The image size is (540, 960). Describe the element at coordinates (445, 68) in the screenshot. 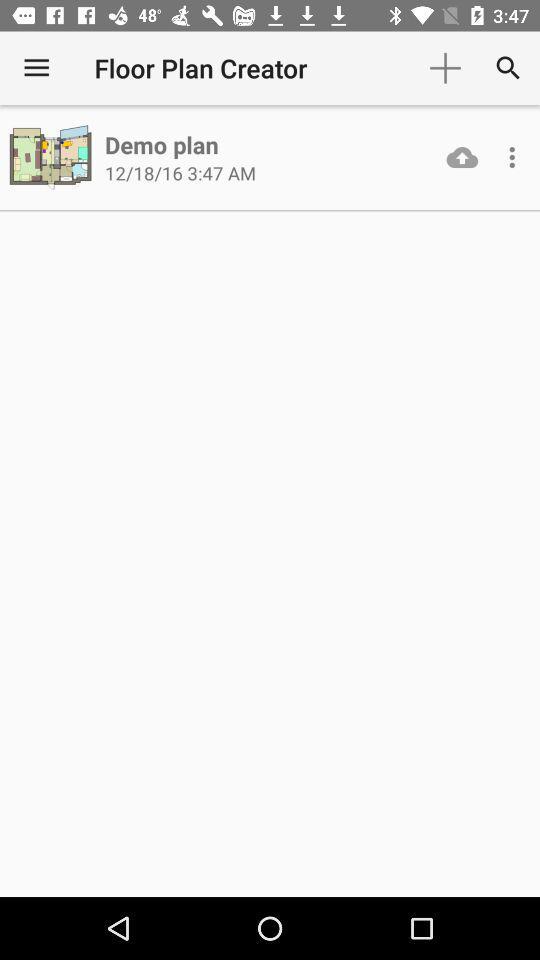

I see `the item to the right of floor plan creator` at that location.